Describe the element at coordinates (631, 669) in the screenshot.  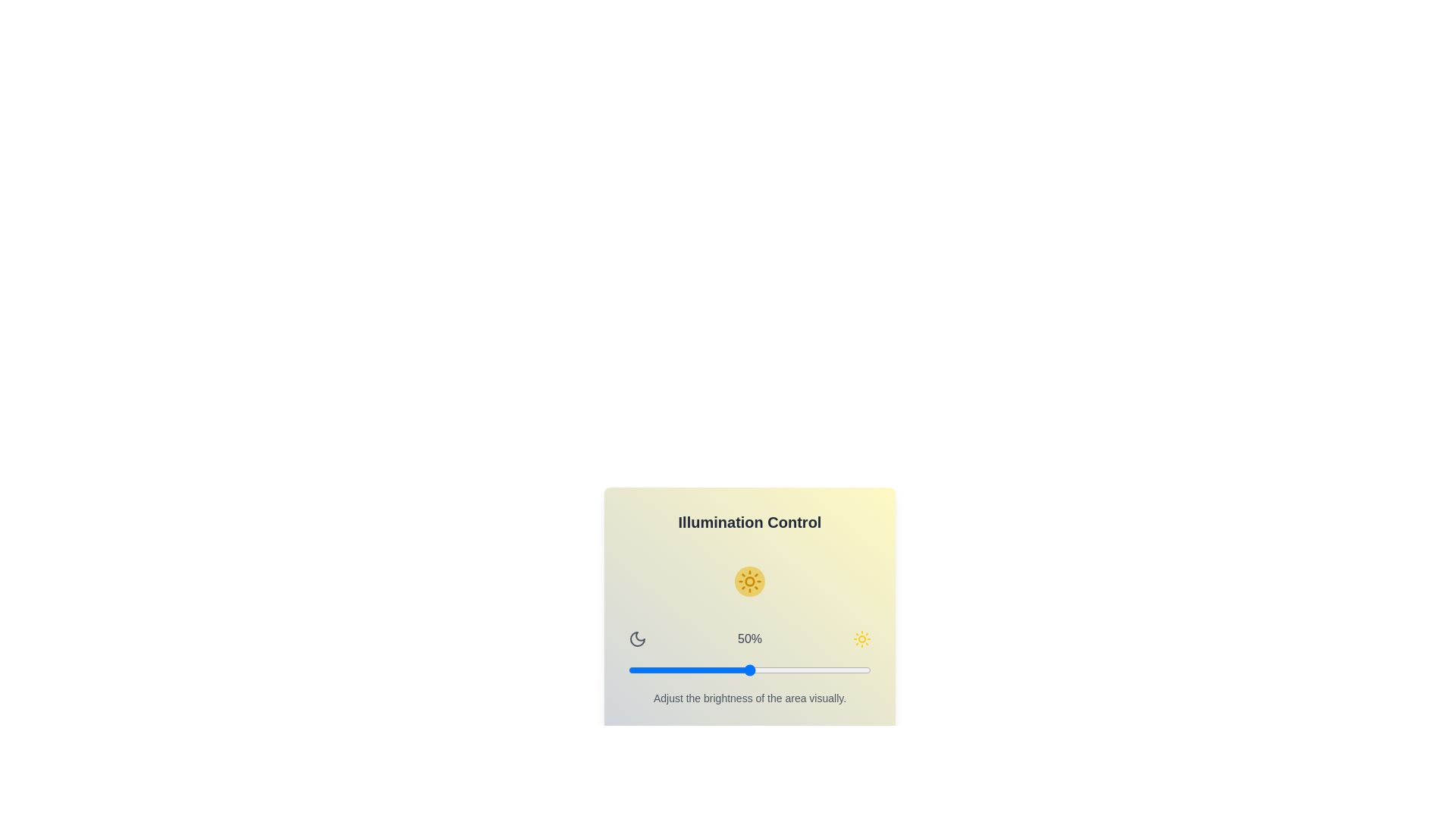
I see `the brightness slider to 1%` at that location.